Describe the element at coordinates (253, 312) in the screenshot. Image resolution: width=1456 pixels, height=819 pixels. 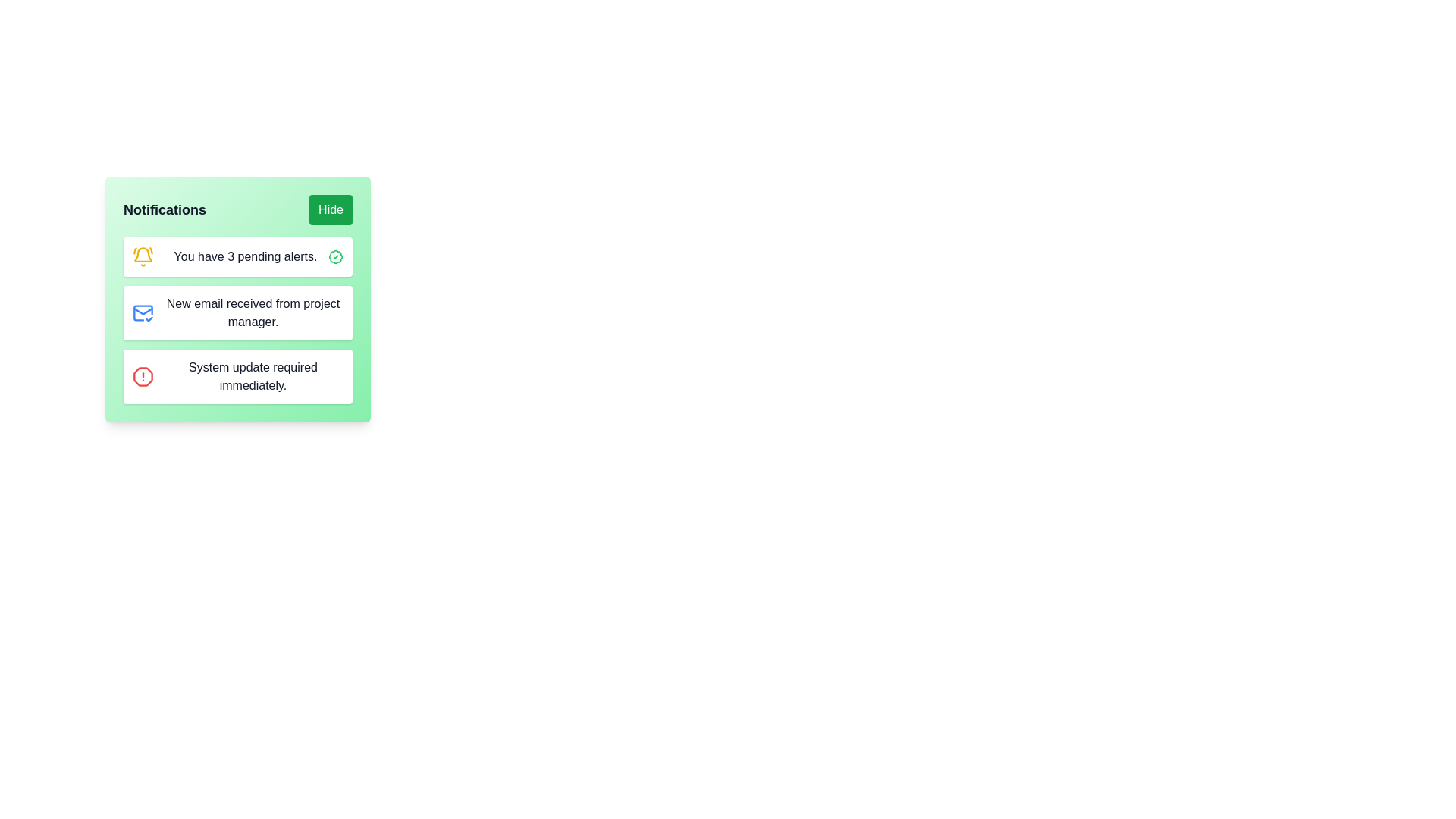
I see `the text label element that reads 'New email received from project manager.' located in the second notification item of the notification panel` at that location.